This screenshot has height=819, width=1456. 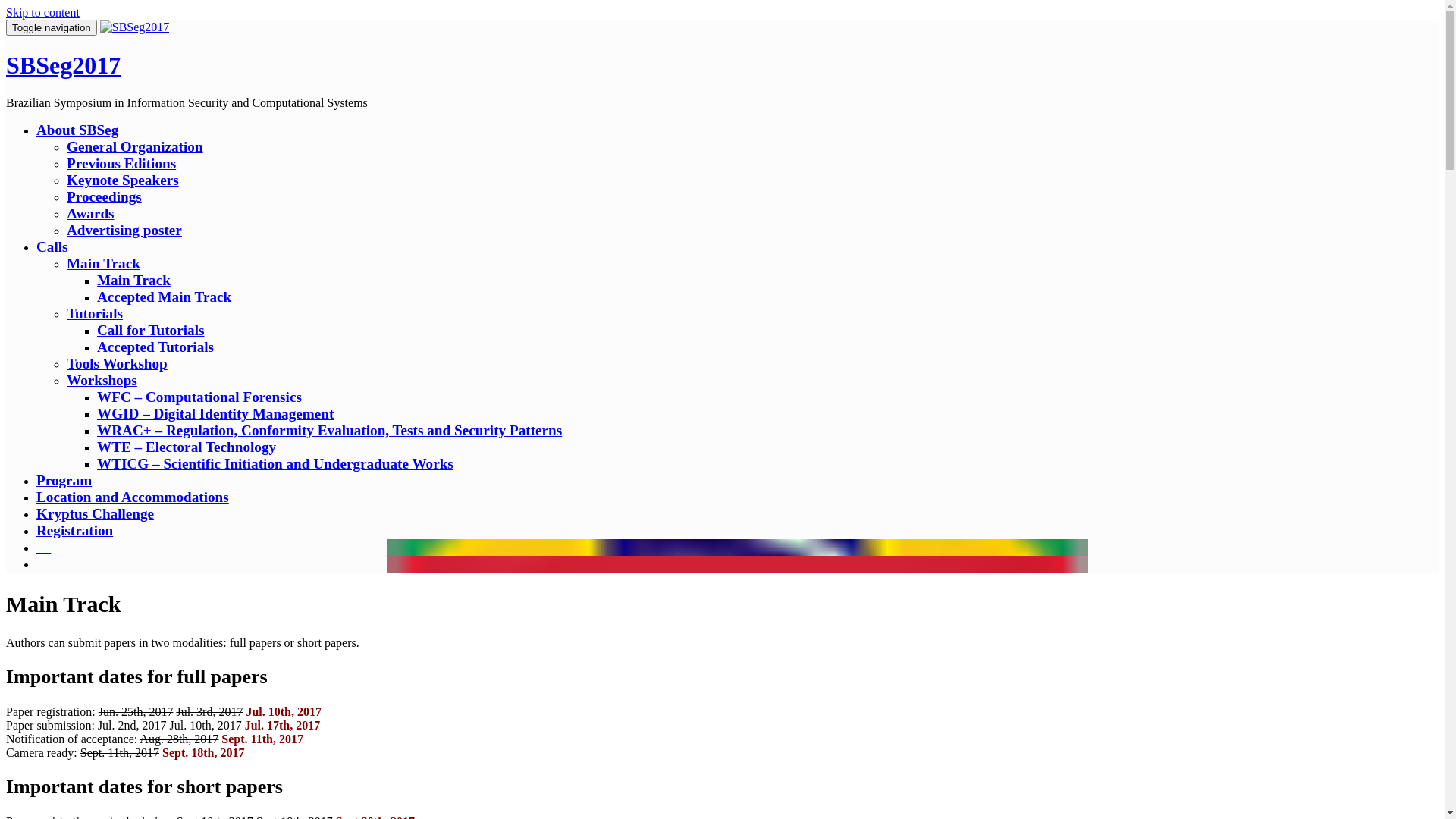 I want to click on 'Accepted Tutorials', so click(x=155, y=347).